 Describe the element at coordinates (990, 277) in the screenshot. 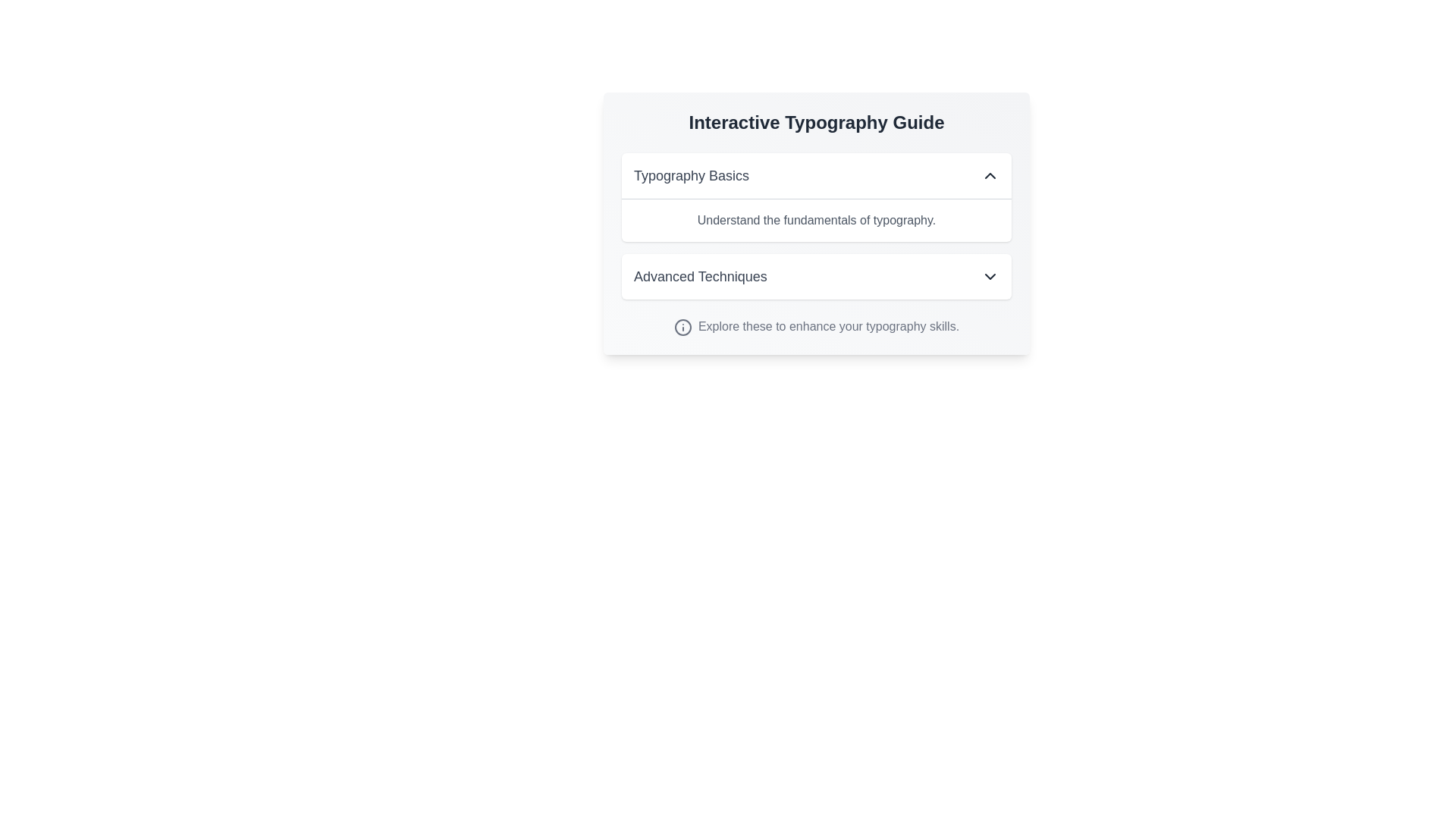

I see `the downward-facing chevron icon next to 'Advanced Techniques'` at that location.